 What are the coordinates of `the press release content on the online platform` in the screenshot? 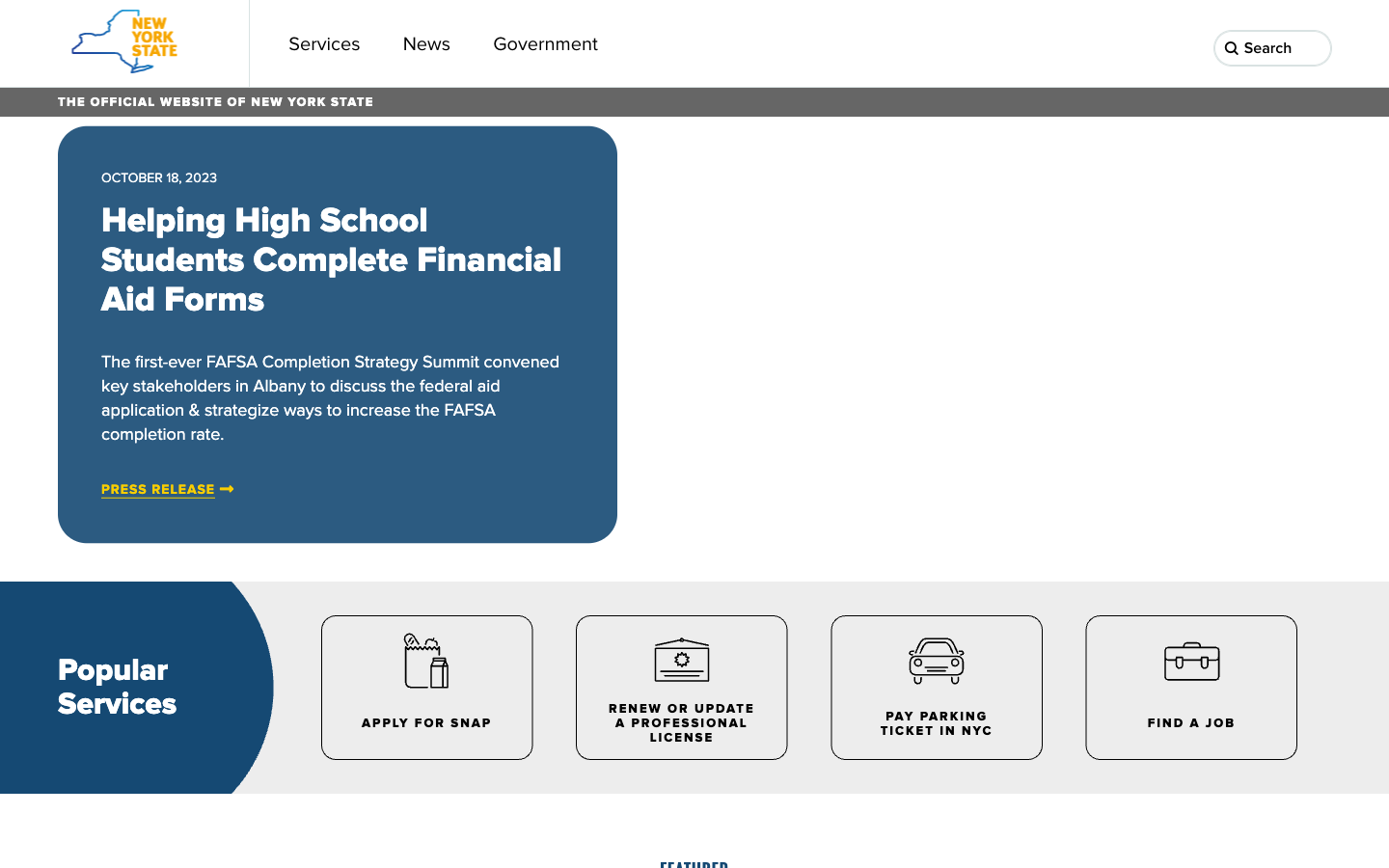 It's located at (227796, 441378).